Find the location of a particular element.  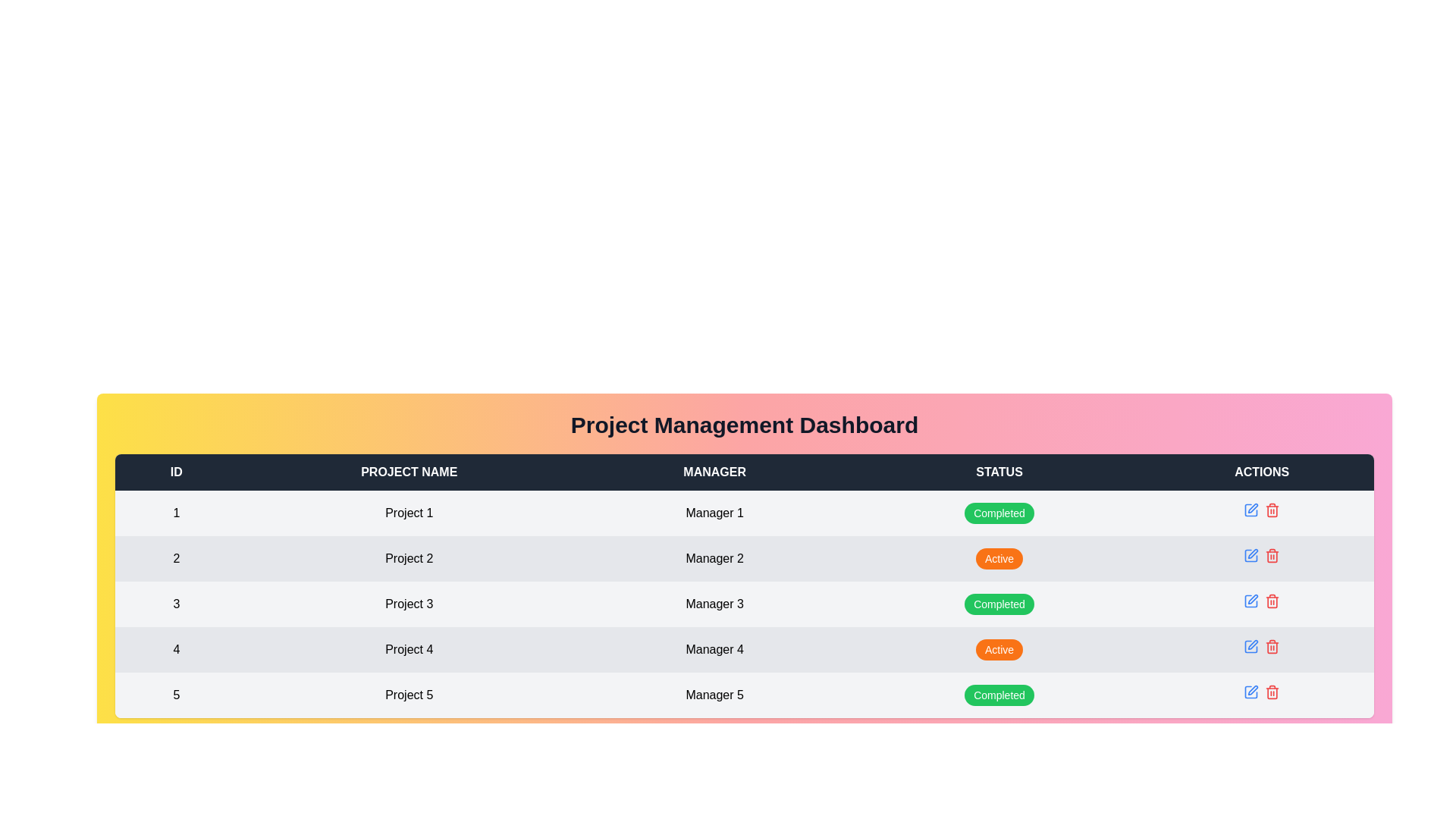

the 'Manager' text label, which is displayed in white on a dark blue rectangular header section, positioned centrally between the 'Project Name' and 'Status' headers at the top of the data table is located at coordinates (714, 472).